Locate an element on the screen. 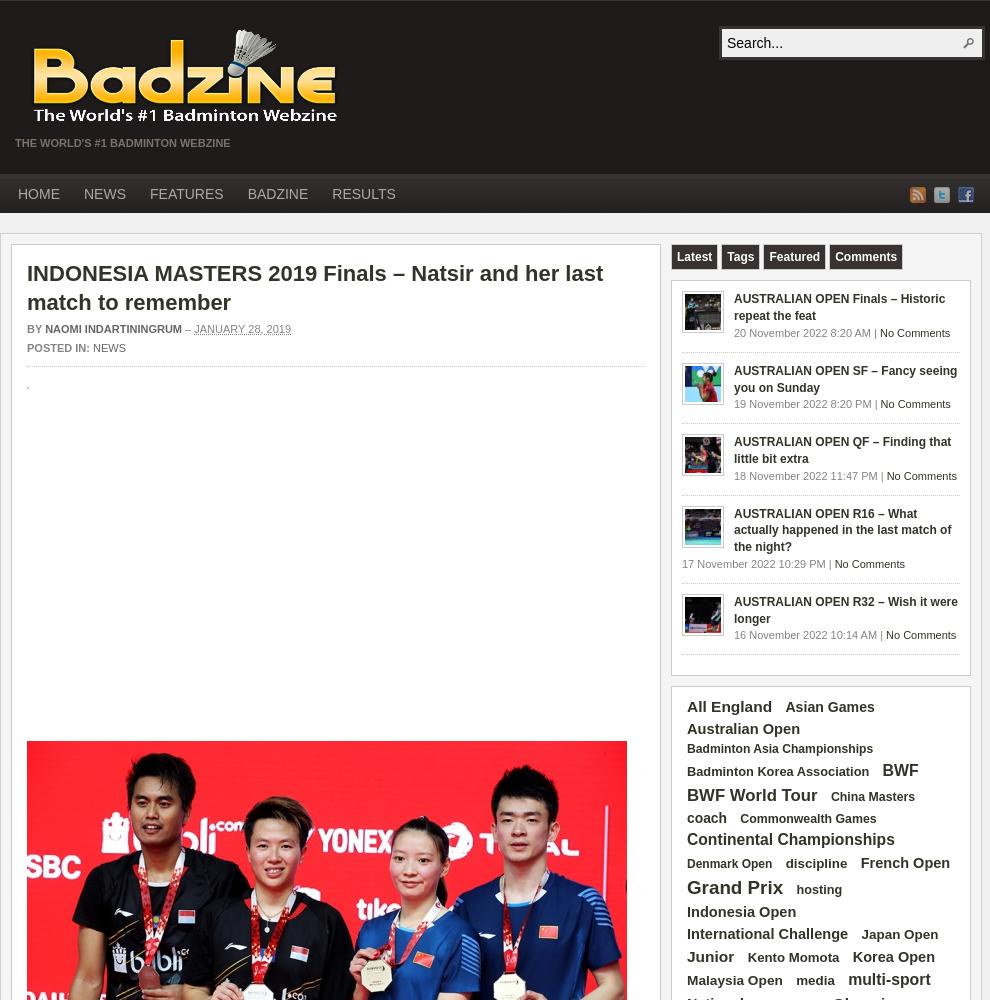 This screenshot has height=1000, width=990. 'International Challenge' is located at coordinates (686, 934).